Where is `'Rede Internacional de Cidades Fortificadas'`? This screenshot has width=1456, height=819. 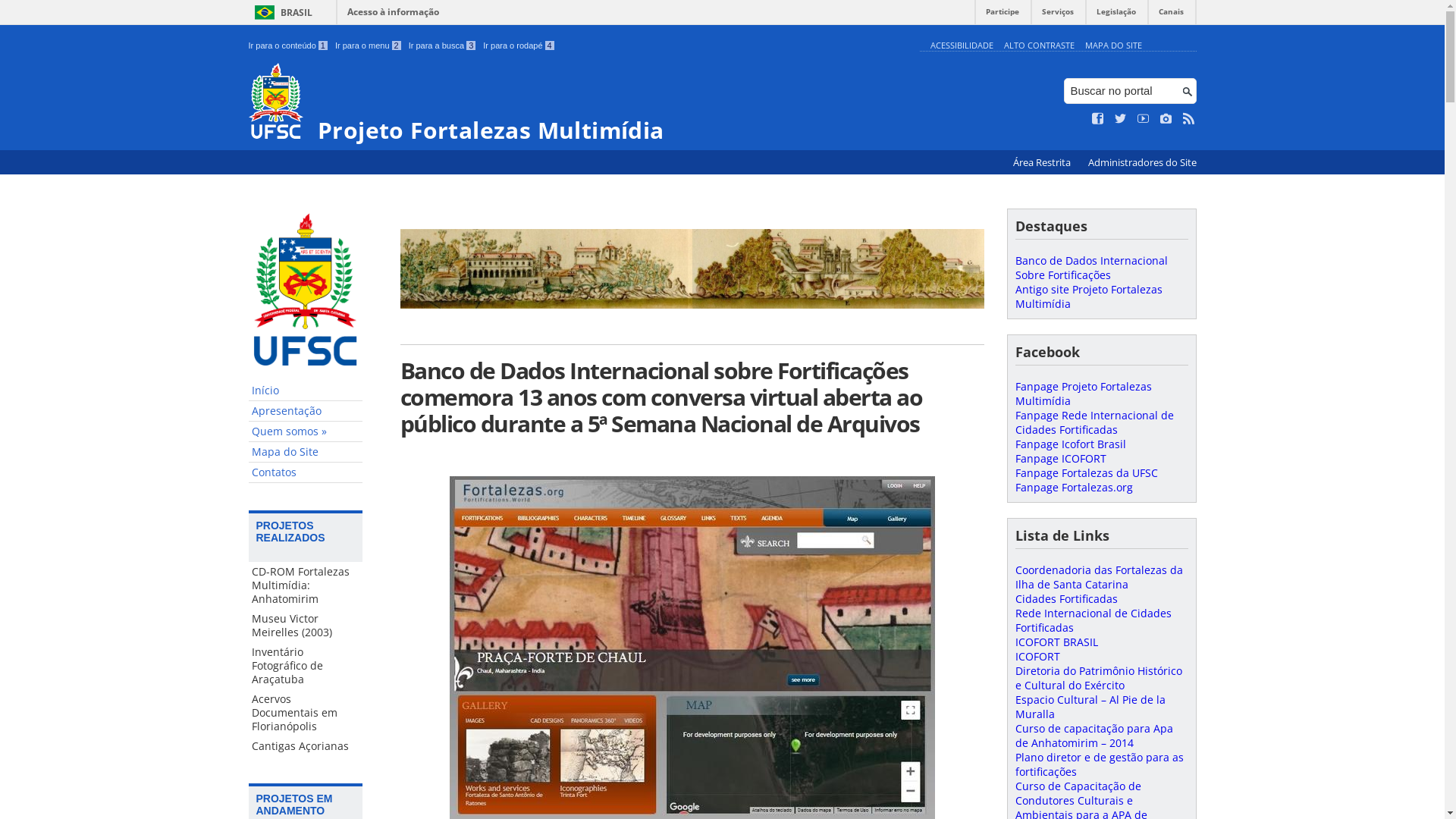
'Rede Internacional de Cidades Fortificadas' is located at coordinates (1092, 620).